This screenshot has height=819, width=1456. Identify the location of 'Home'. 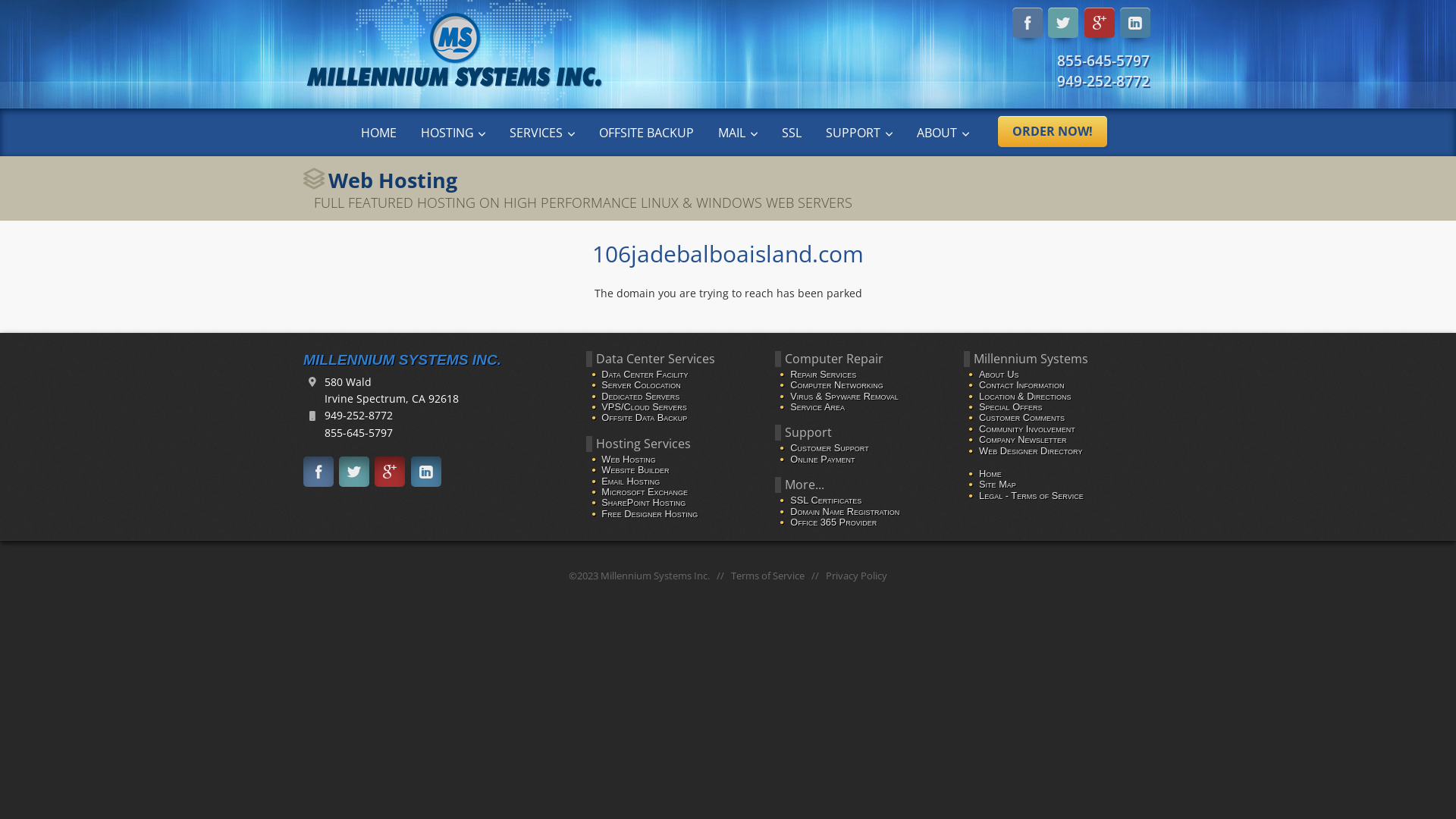
(990, 472).